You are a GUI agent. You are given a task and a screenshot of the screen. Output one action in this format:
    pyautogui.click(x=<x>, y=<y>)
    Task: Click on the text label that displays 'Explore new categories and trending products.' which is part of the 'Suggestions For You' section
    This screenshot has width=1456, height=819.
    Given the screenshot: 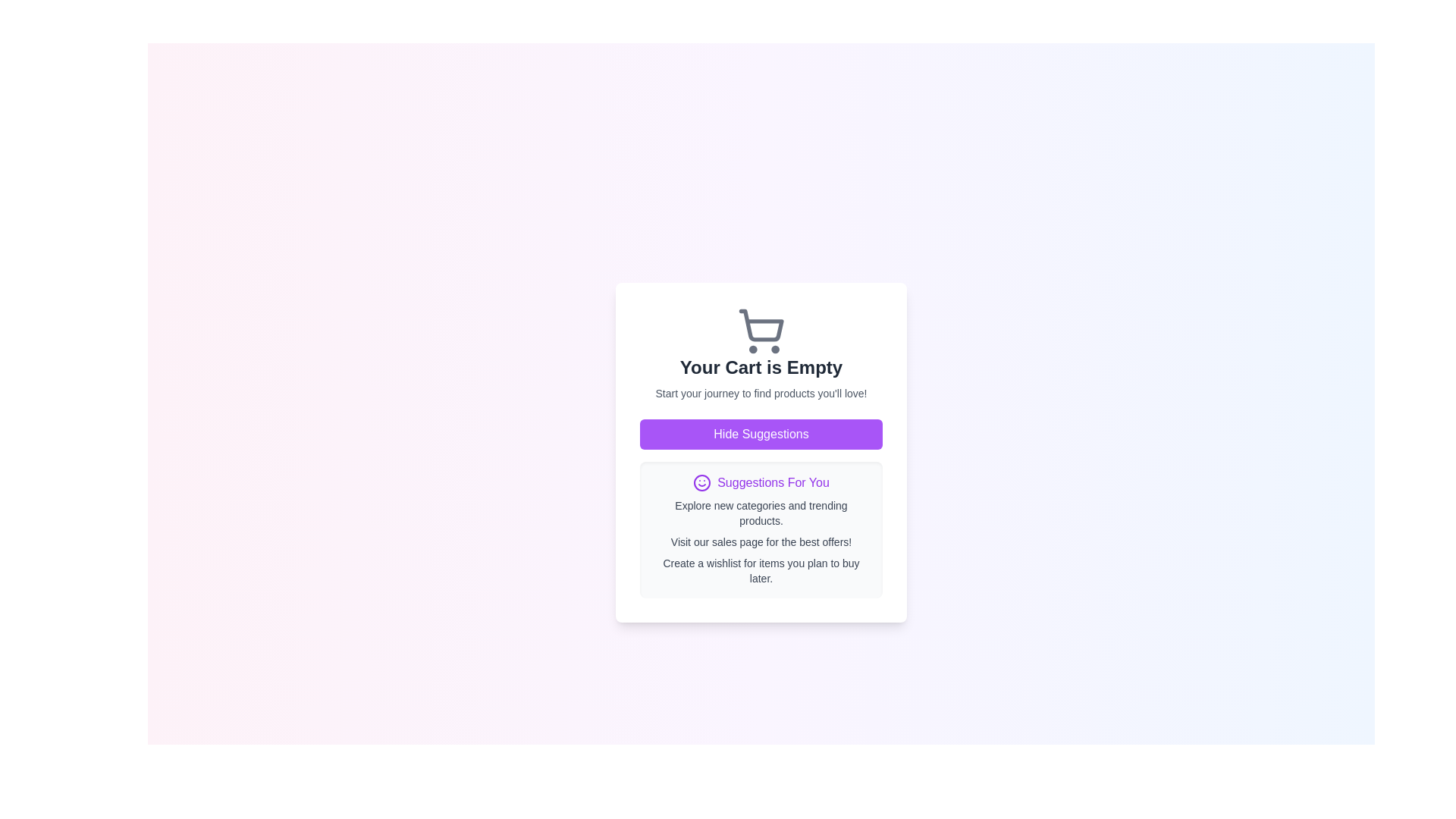 What is the action you would take?
    pyautogui.click(x=761, y=513)
    